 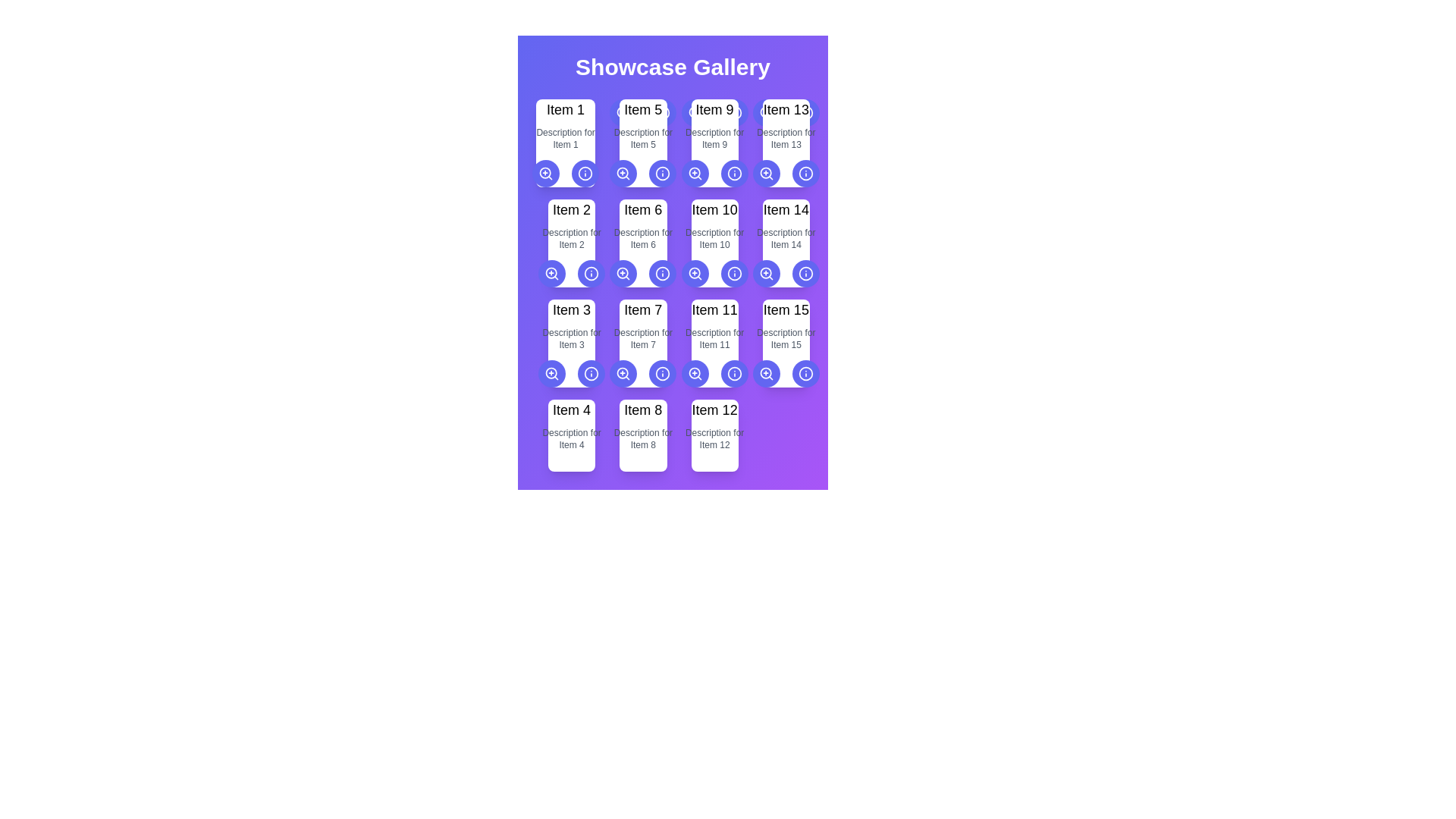 What do you see at coordinates (643, 143) in the screenshot?
I see `the item card representing 'Item 5' in the gallery` at bounding box center [643, 143].